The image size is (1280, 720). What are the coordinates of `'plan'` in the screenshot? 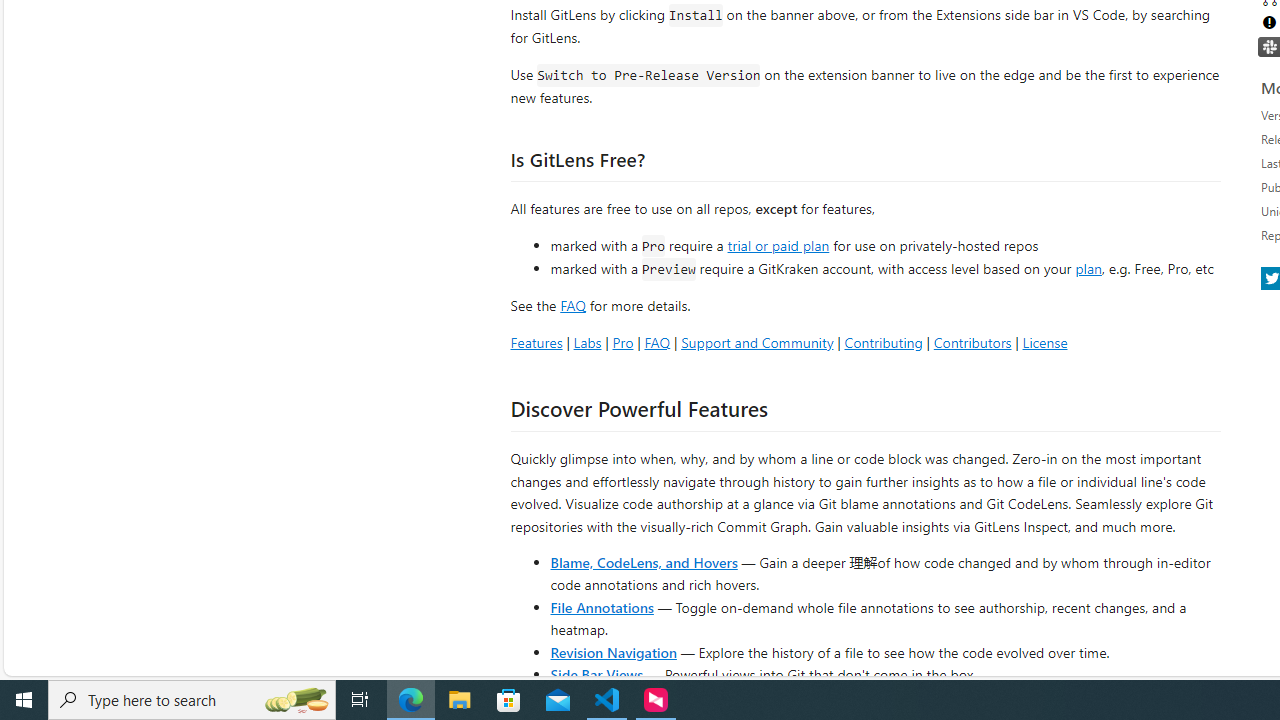 It's located at (1087, 268).